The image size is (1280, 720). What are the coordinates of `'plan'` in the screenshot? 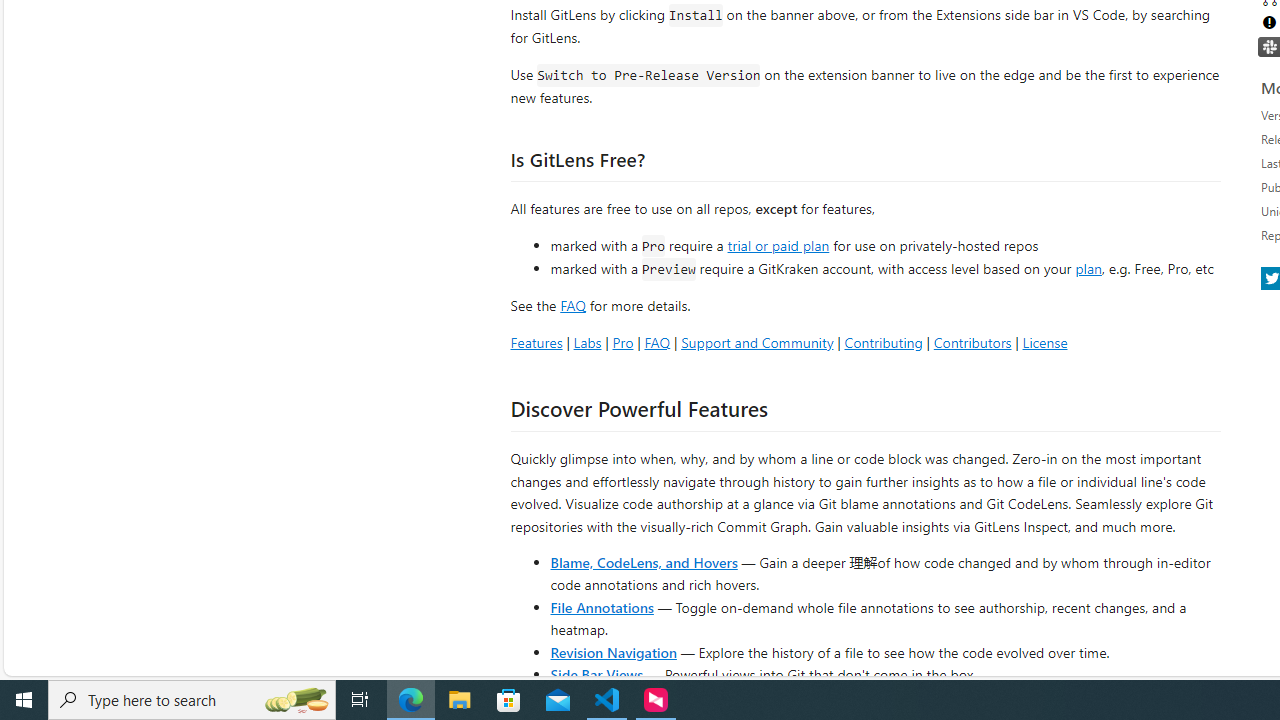 It's located at (1087, 268).